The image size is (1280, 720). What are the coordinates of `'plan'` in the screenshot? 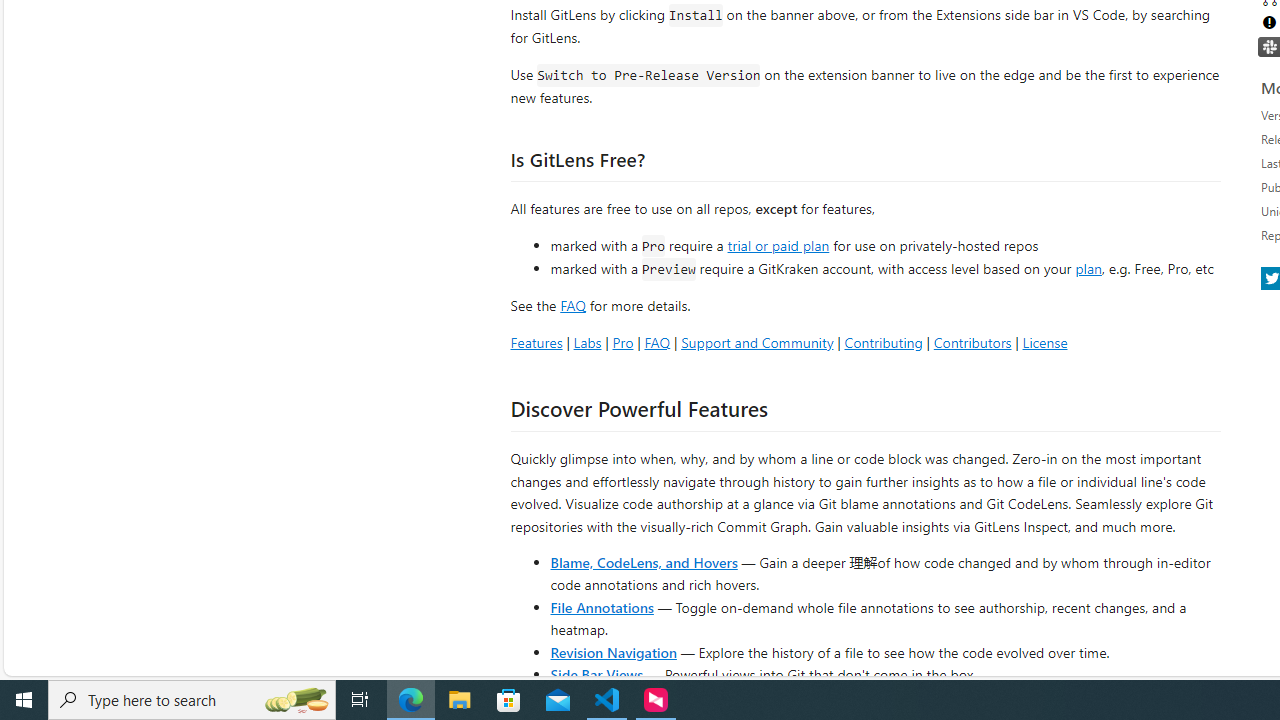 It's located at (1087, 268).